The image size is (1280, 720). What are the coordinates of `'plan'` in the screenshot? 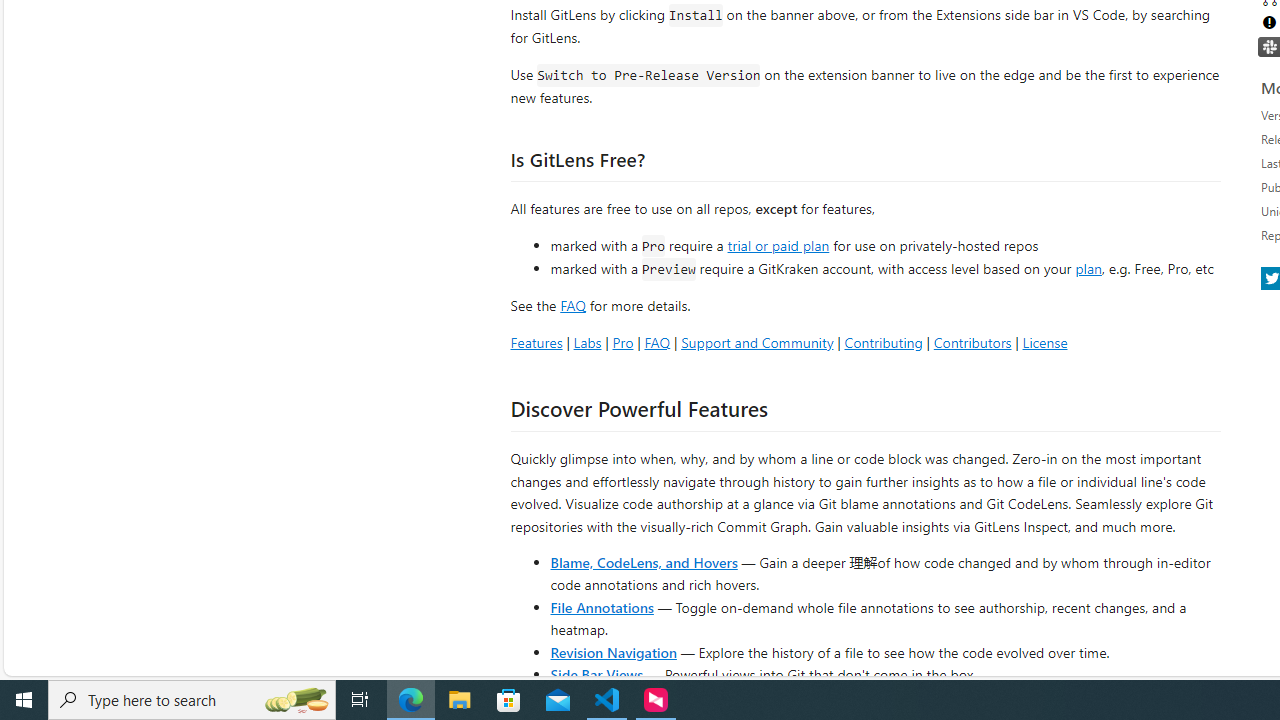 It's located at (1087, 268).